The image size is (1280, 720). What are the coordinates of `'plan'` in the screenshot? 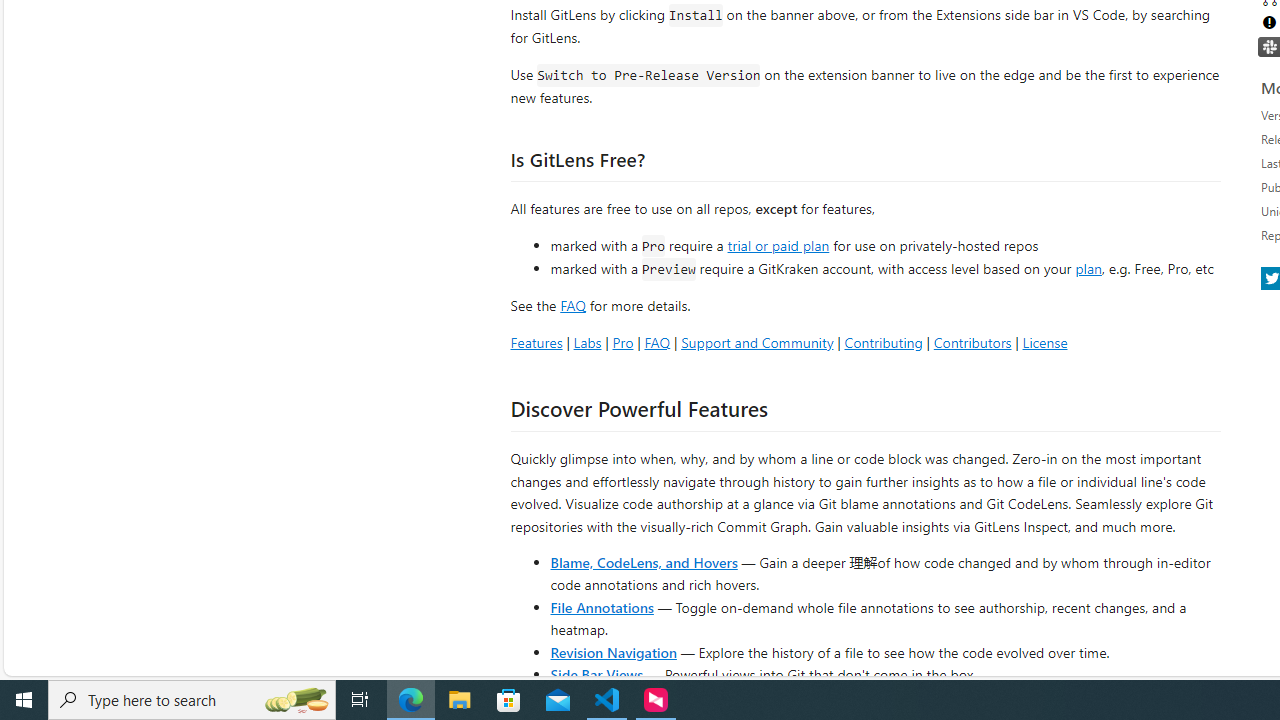 It's located at (1087, 268).